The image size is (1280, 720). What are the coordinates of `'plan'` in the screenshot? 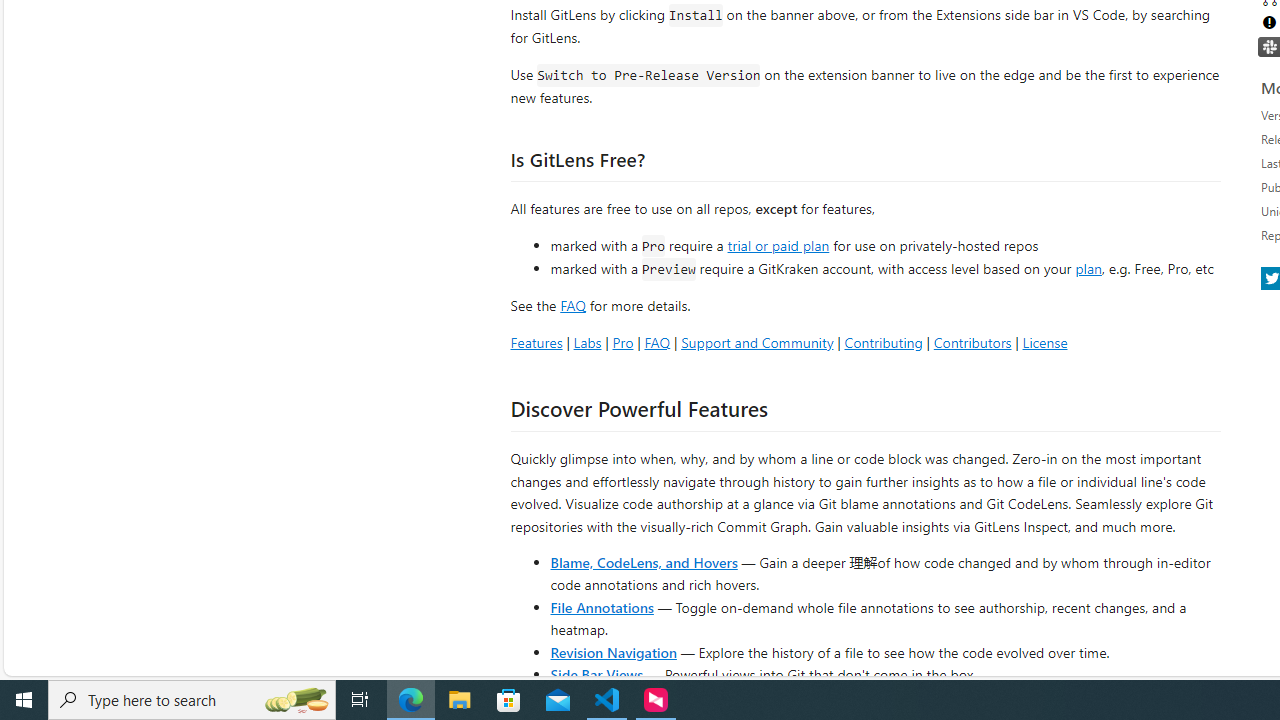 It's located at (1087, 268).